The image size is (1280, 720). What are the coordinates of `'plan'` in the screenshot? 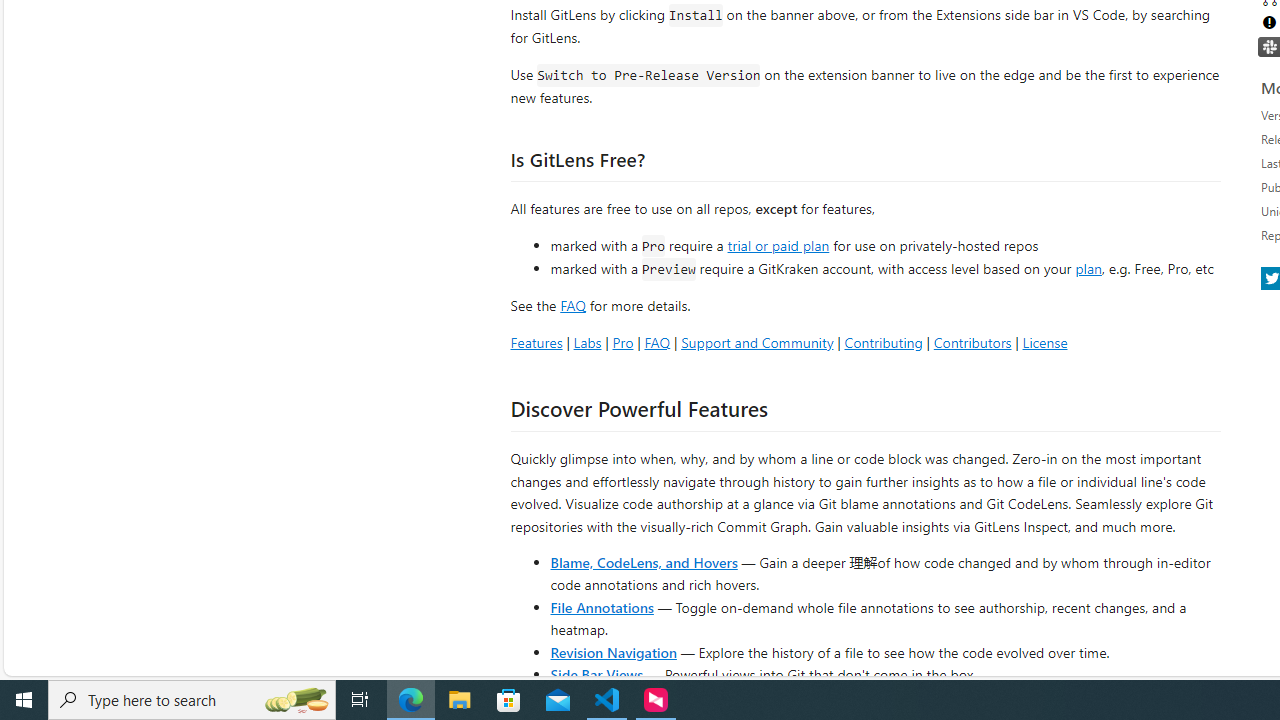 It's located at (1087, 268).